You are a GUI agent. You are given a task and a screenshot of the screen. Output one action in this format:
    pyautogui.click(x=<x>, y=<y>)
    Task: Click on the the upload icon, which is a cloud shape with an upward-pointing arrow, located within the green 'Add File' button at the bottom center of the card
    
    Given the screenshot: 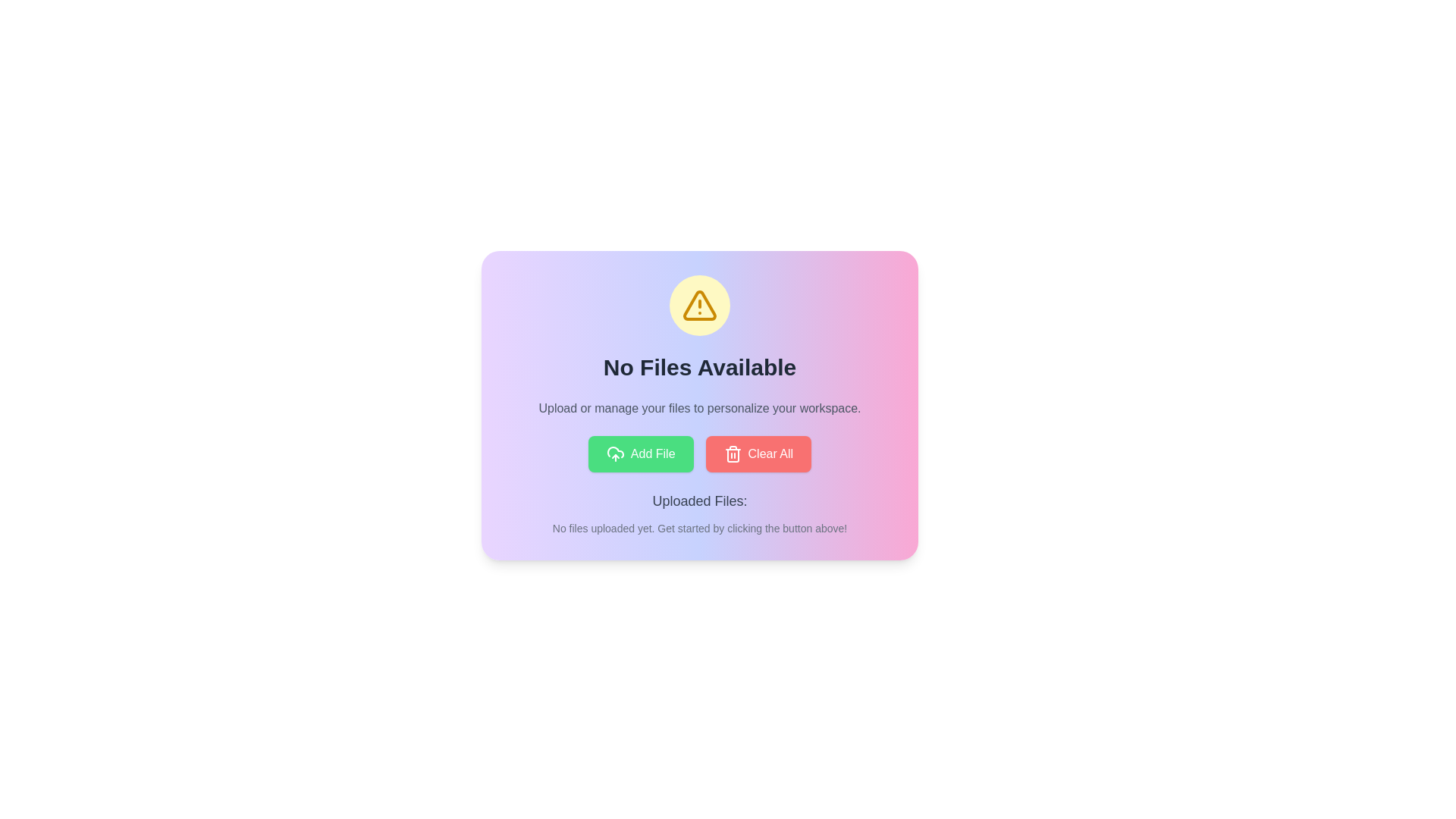 What is the action you would take?
    pyautogui.click(x=615, y=453)
    